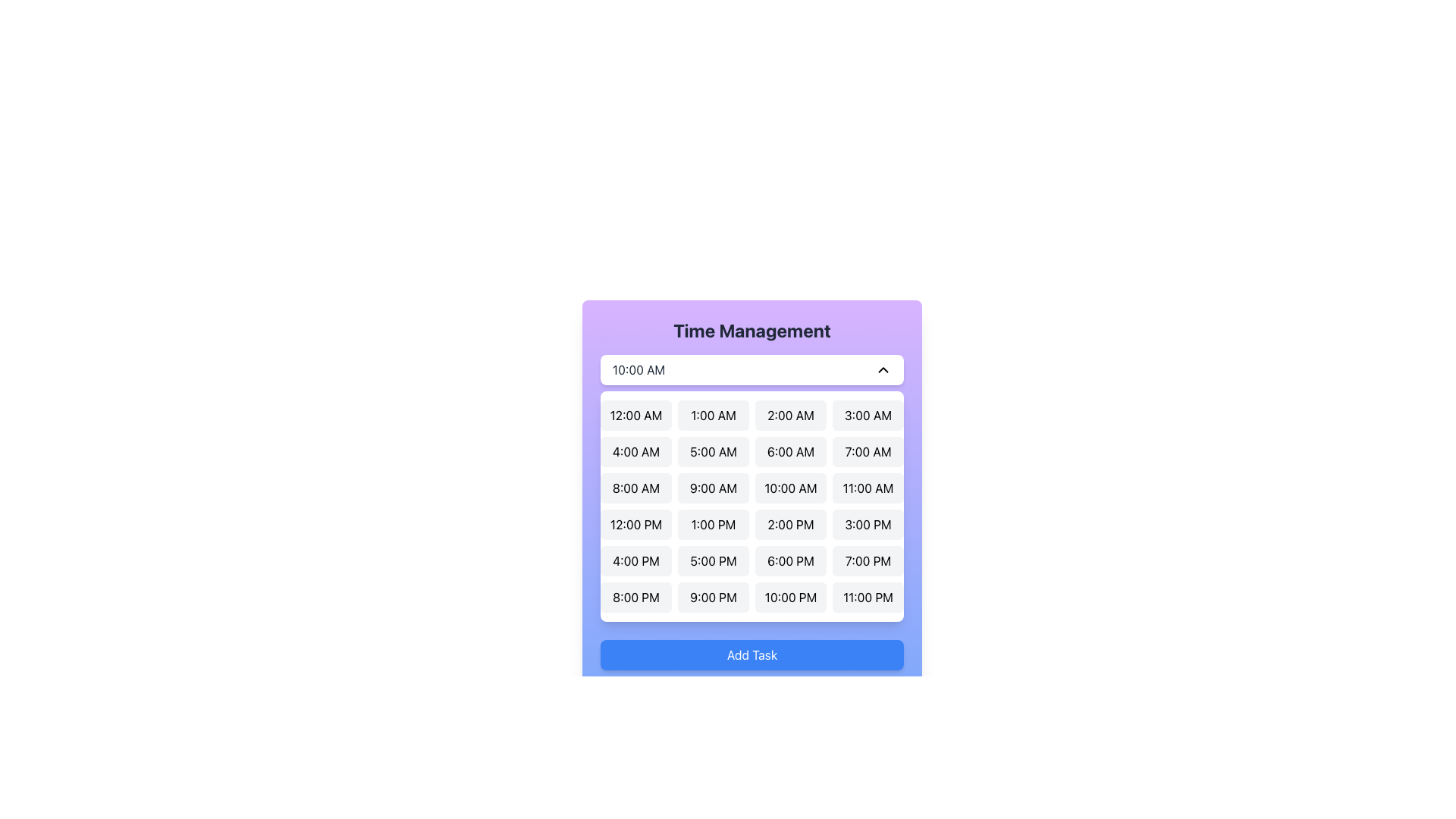  I want to click on the time selection button for 2:00 PM located in the third row and third column of the grid layout, which is situated below the 'Time Management' dropdown and above the 'Add Task' button to observe a visual change, so click(789, 523).